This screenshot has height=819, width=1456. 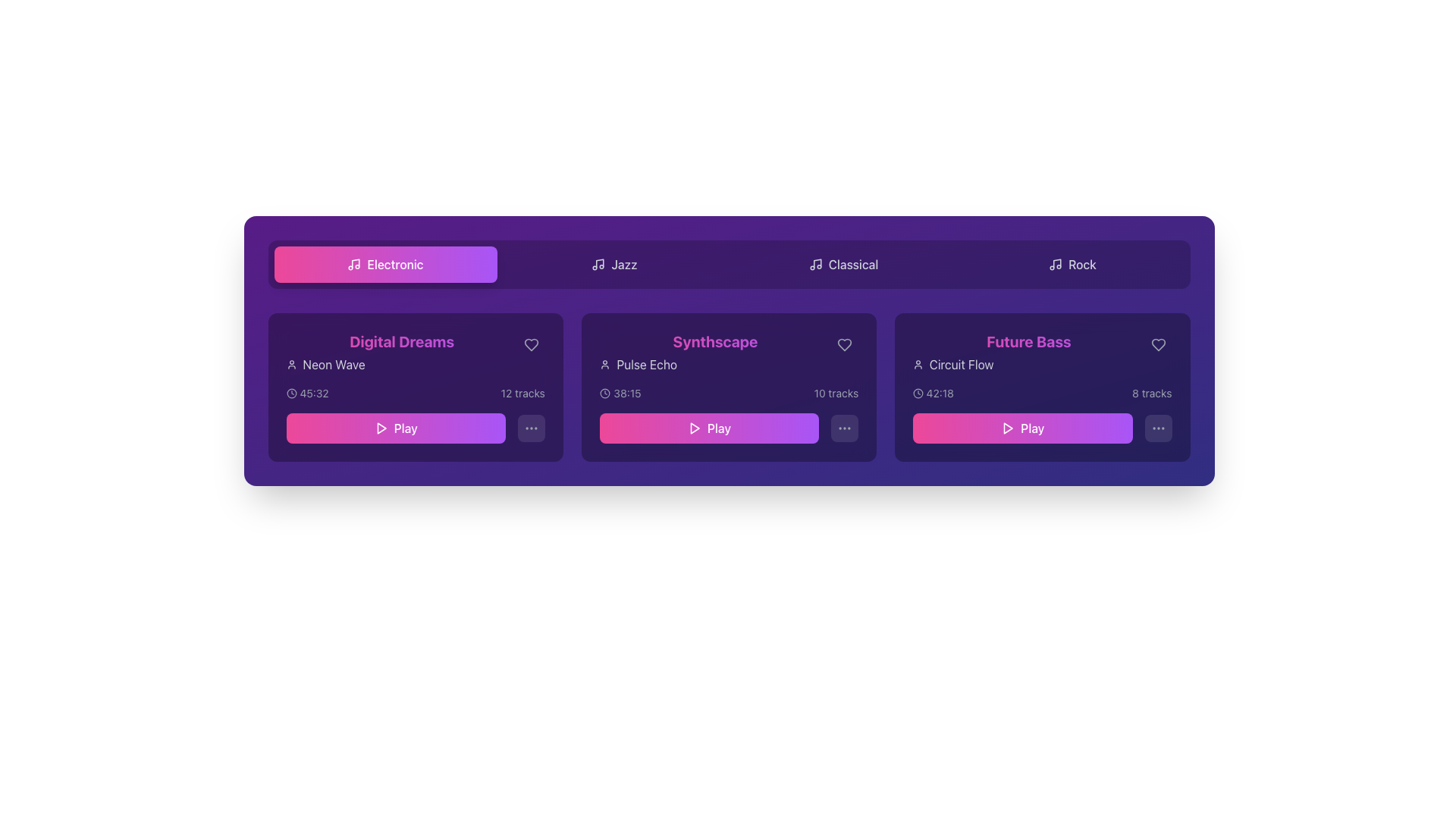 I want to click on the button located, so click(x=1157, y=428).